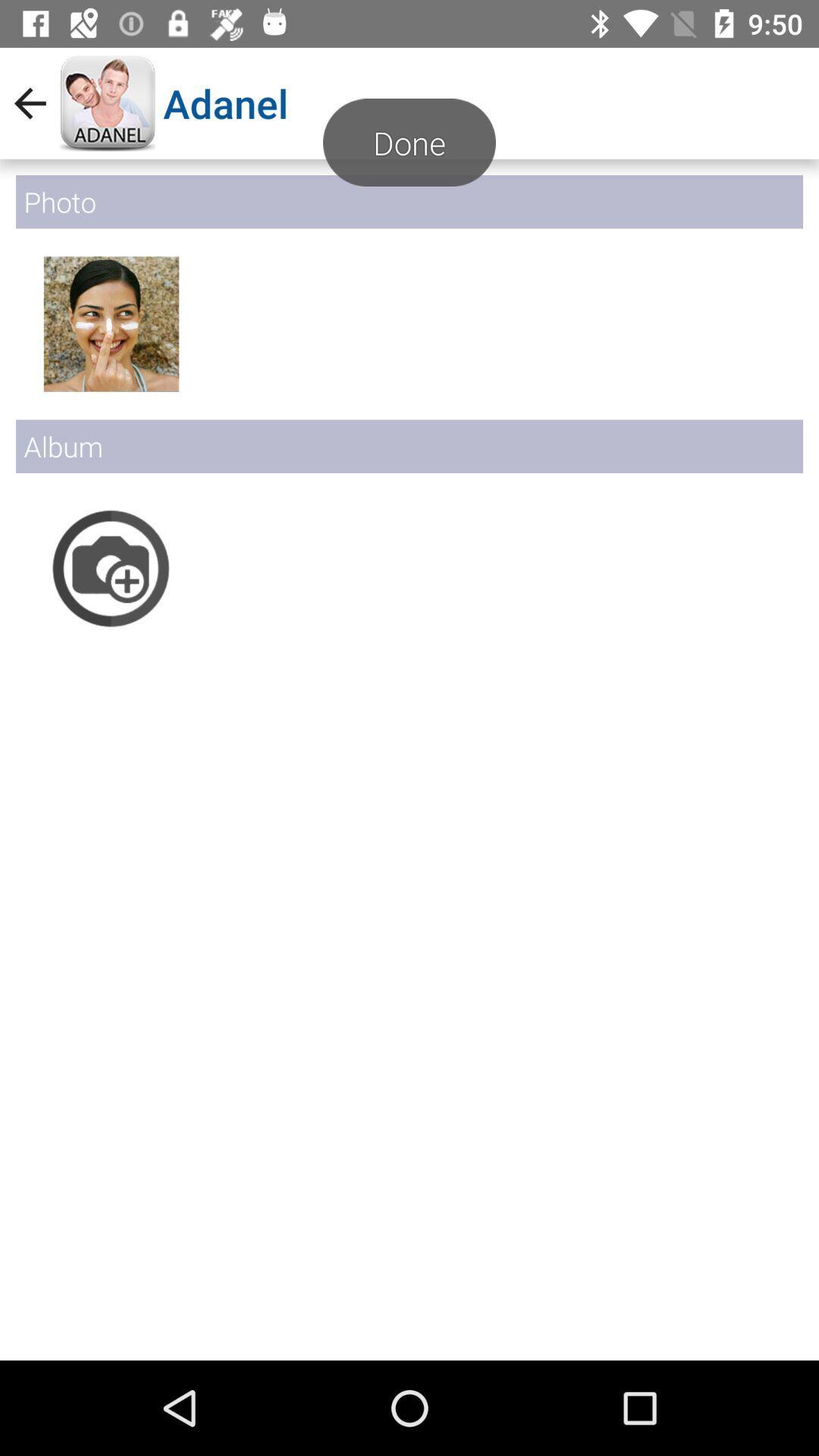 The width and height of the screenshot is (819, 1456). What do you see at coordinates (110, 323) in the screenshot?
I see `the avatar icon` at bounding box center [110, 323].